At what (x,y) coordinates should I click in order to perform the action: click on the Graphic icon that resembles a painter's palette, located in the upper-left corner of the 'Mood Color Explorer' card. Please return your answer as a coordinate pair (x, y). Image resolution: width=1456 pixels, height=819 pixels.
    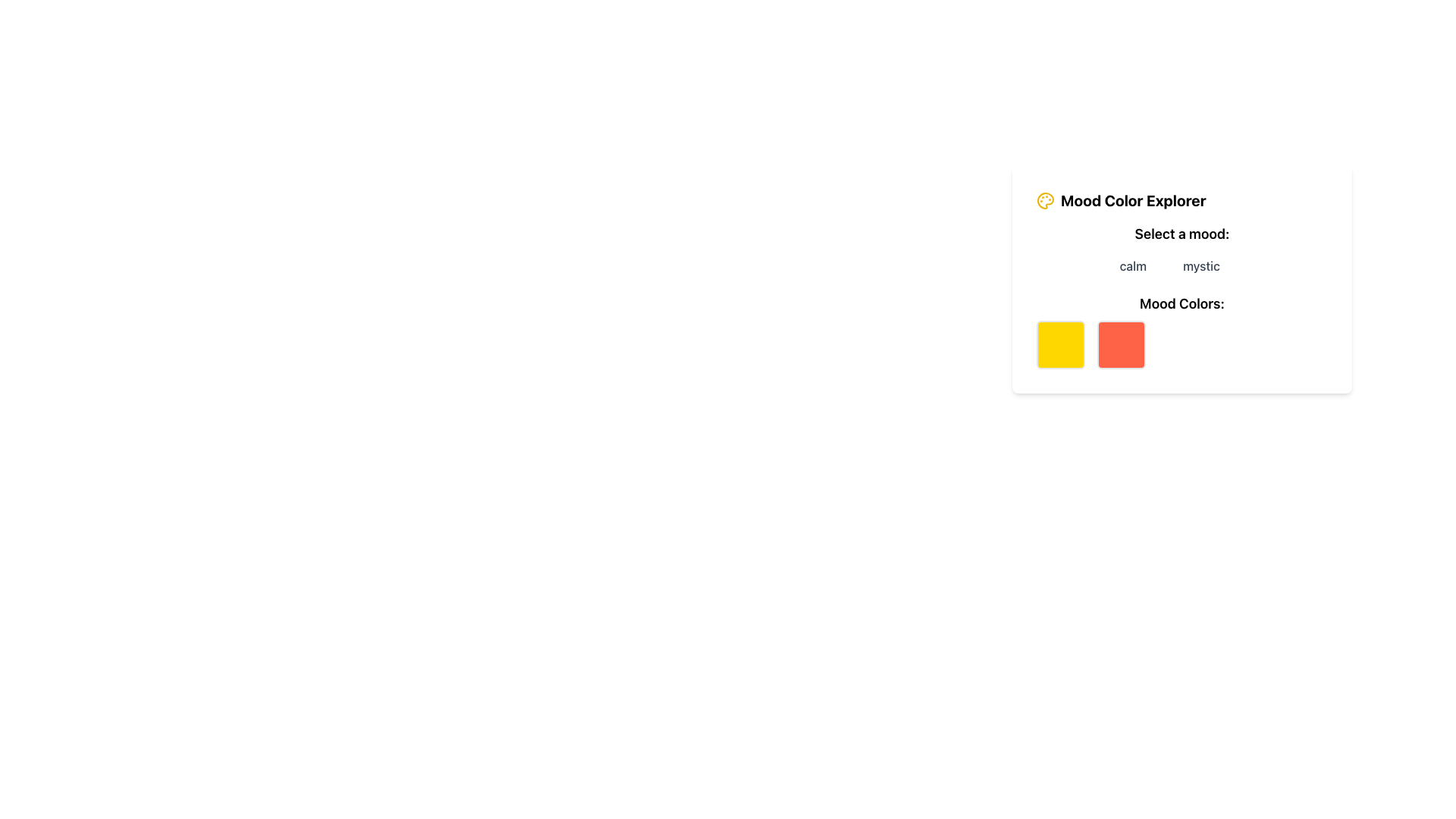
    Looking at the image, I should click on (1044, 200).